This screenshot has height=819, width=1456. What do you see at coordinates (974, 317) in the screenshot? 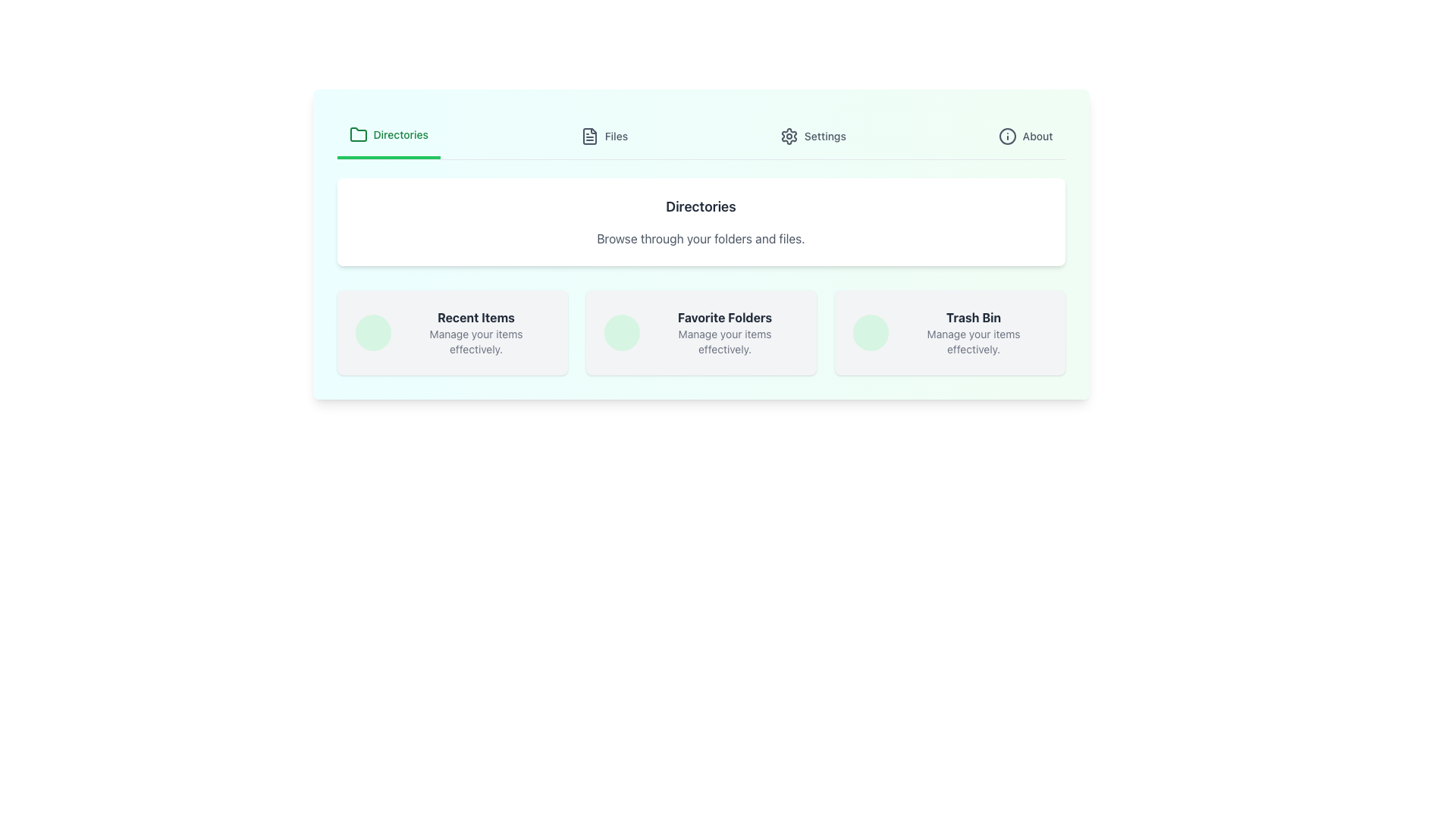
I see `text label displaying 'Trash Bin' in bold and dark gray color, which is the rightmost item in the top-level navigation section` at bounding box center [974, 317].